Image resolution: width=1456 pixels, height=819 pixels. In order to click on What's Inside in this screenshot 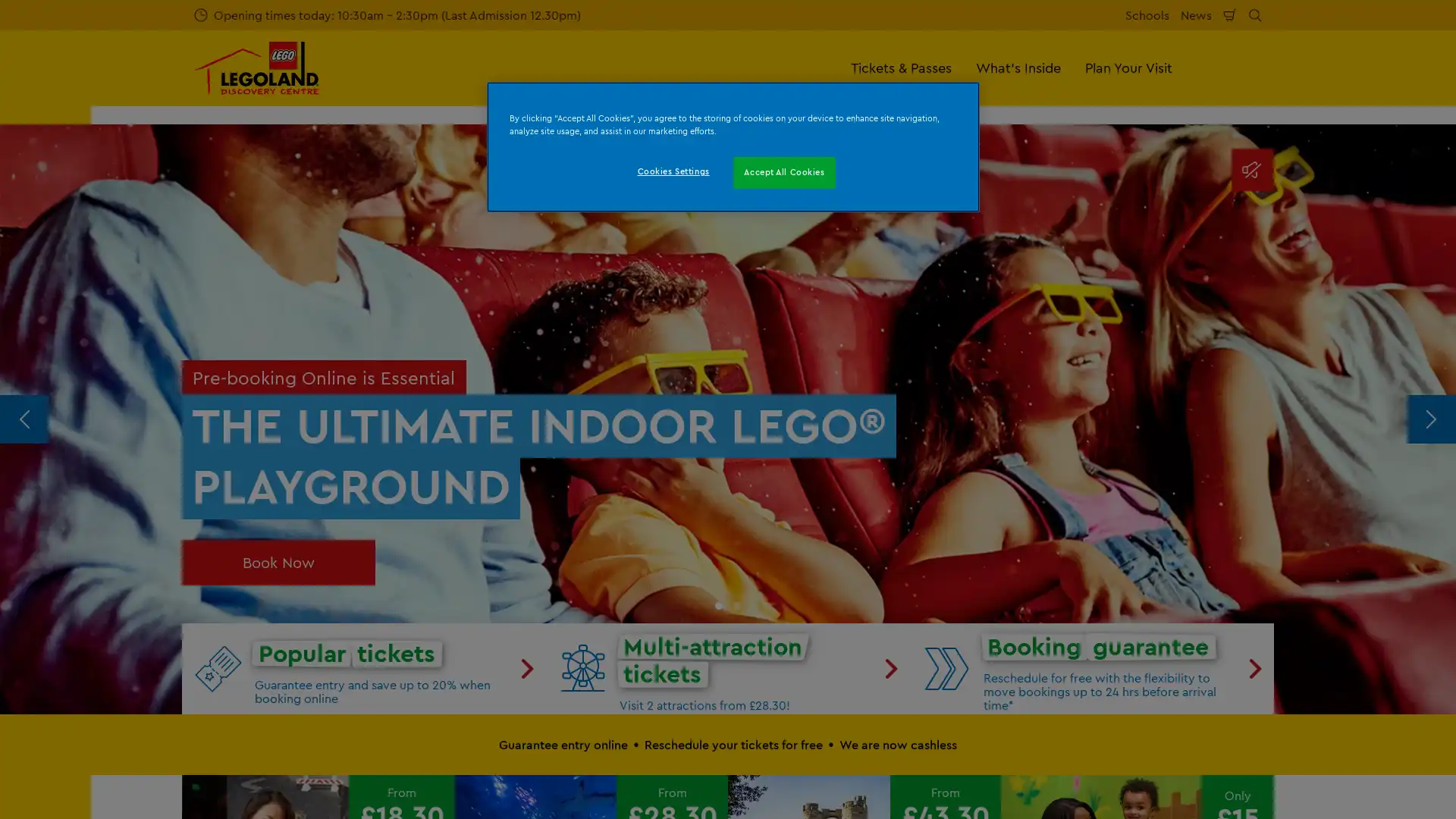, I will do `click(1018, 67)`.